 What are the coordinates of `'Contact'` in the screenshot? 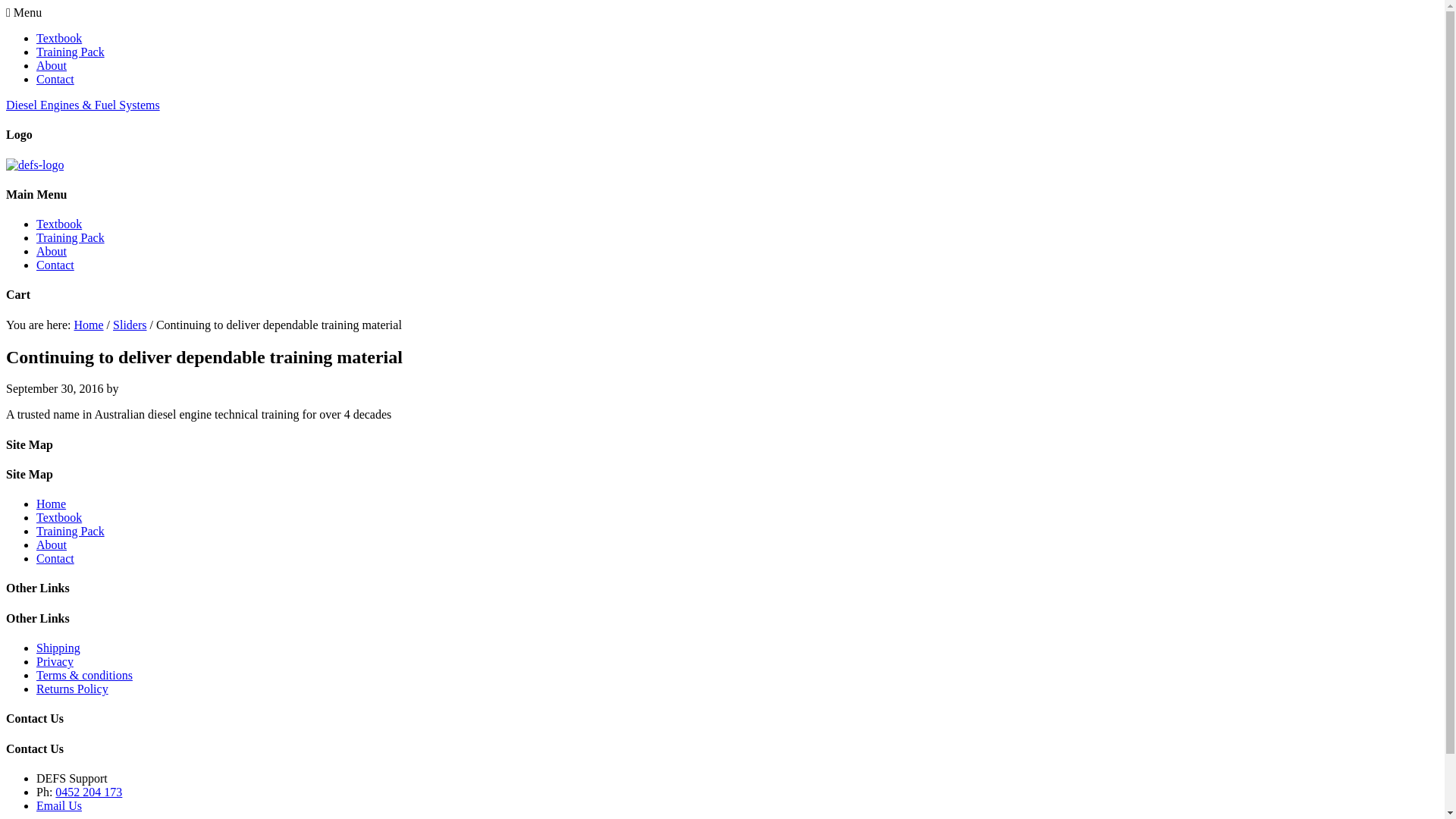 It's located at (55, 558).